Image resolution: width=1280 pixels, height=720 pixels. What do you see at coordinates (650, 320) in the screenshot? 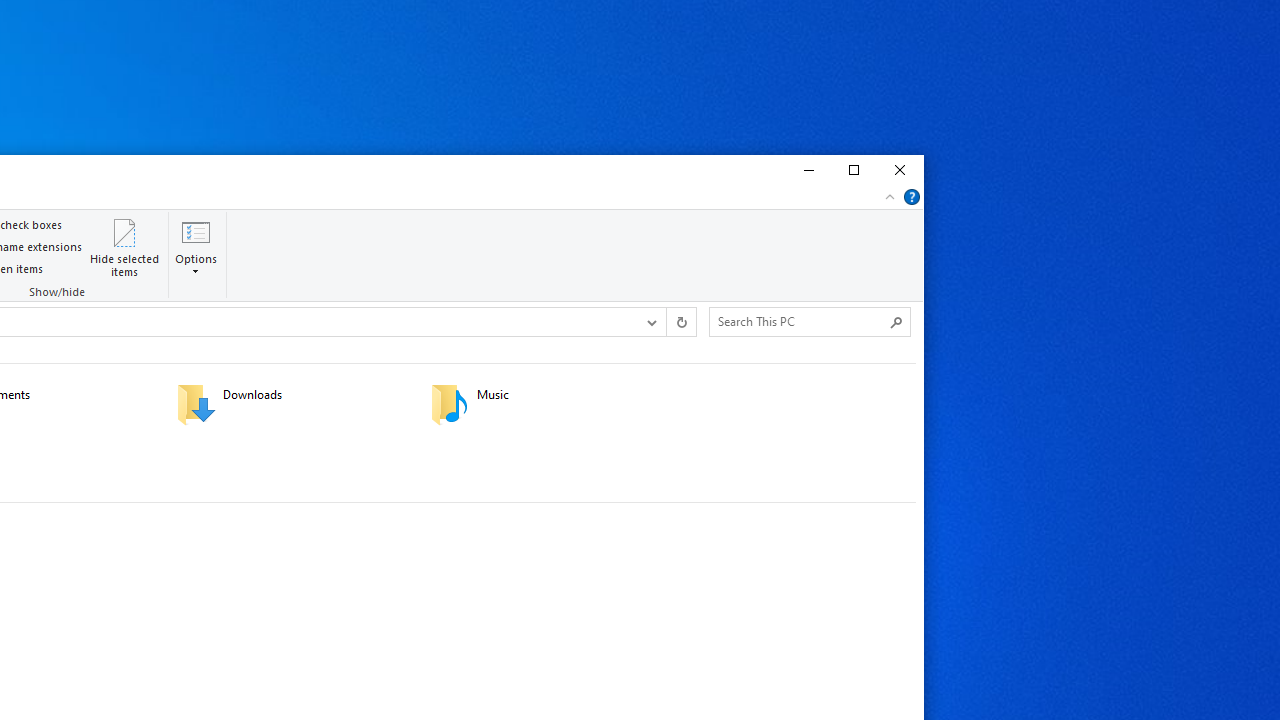
I see `'Previous Locations'` at bounding box center [650, 320].